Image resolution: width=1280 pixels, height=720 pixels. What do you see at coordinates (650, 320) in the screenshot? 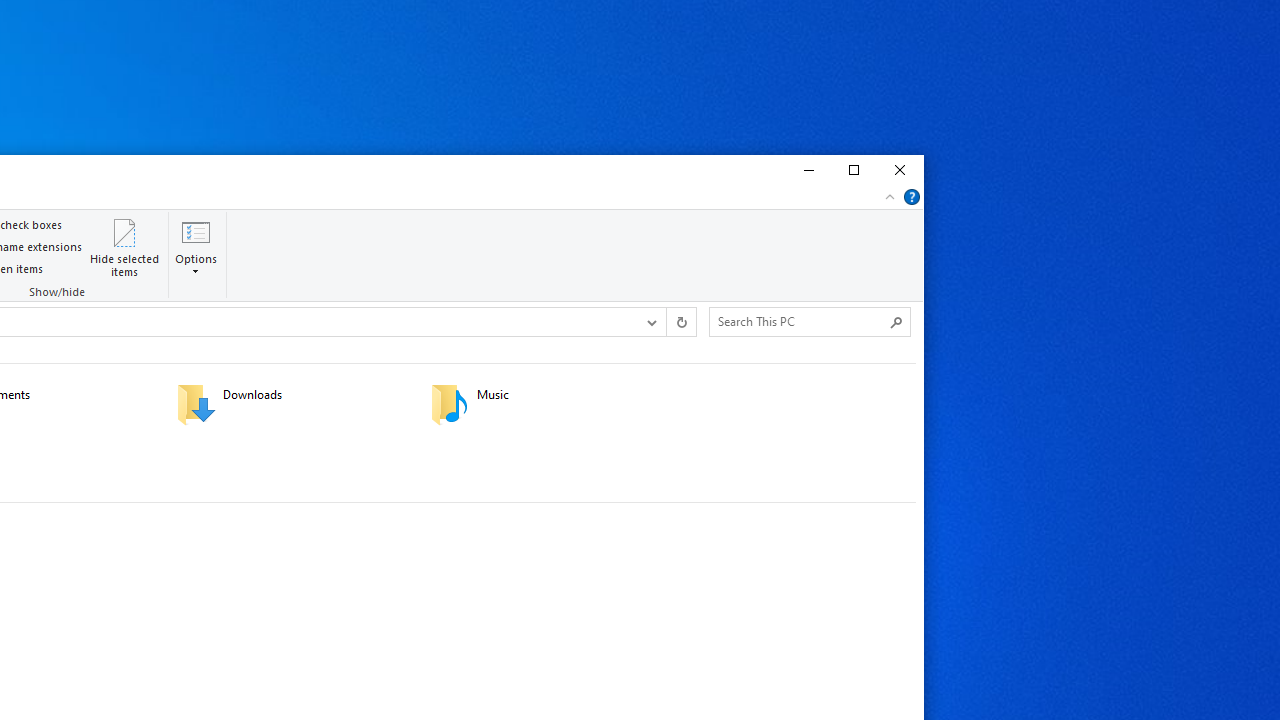
I see `'Previous Locations'` at bounding box center [650, 320].